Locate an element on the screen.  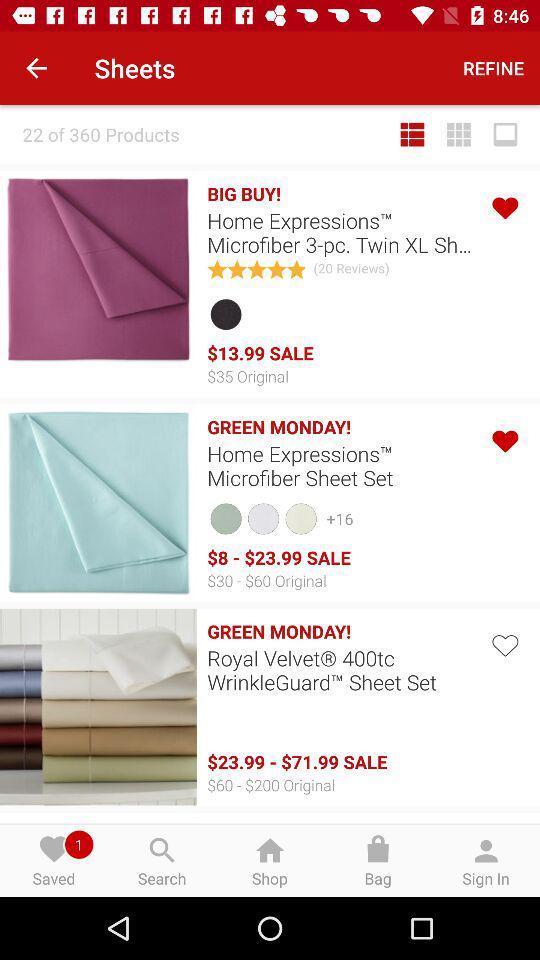
love button is located at coordinates (503, 642).